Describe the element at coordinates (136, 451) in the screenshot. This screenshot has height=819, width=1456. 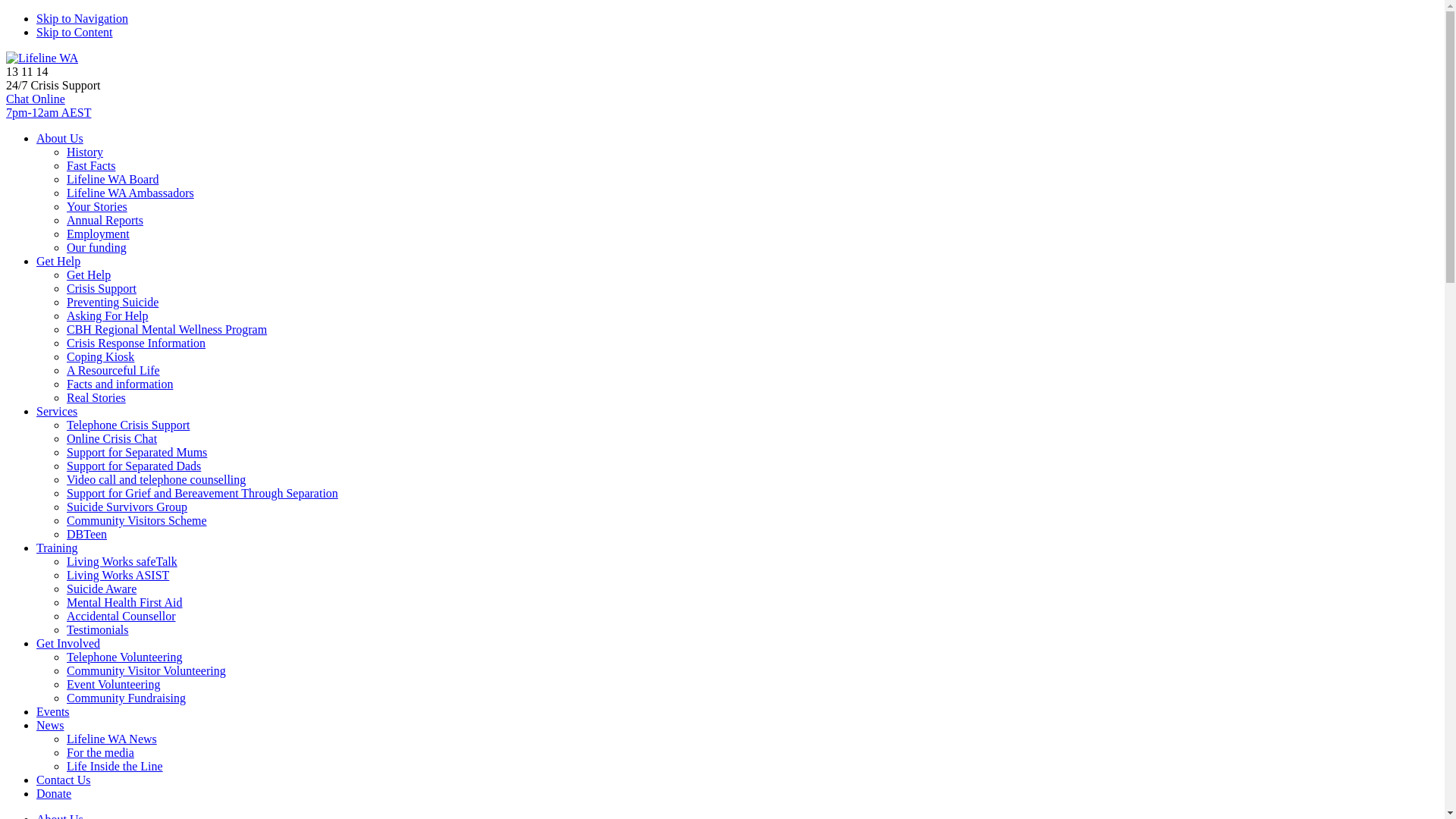
I see `'Support for Separated Mums'` at that location.